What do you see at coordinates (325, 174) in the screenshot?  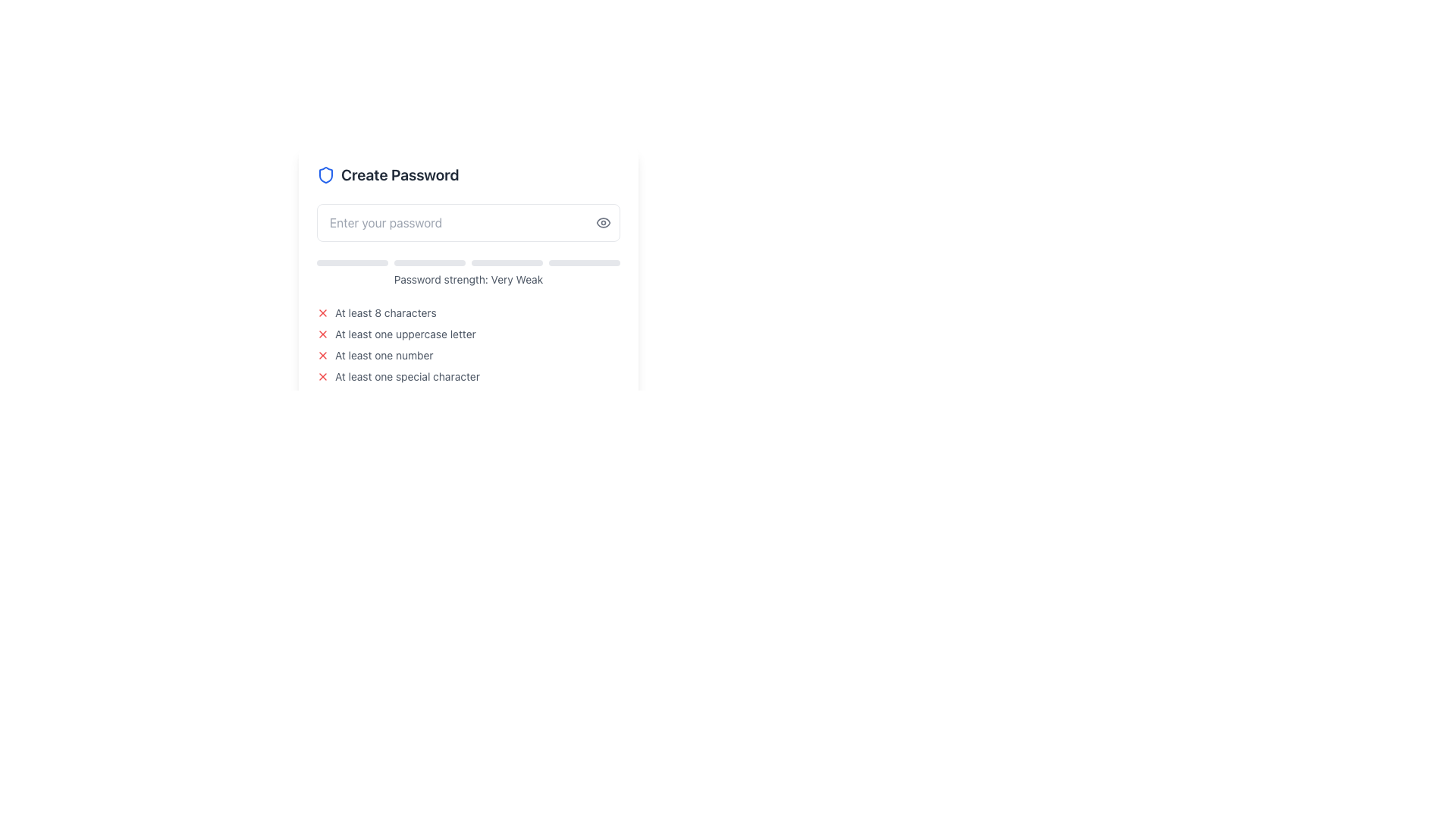 I see `the shield-shaped icon located at the top-left corner of the 'Create Password' section, which is depicted within an SVG element` at bounding box center [325, 174].